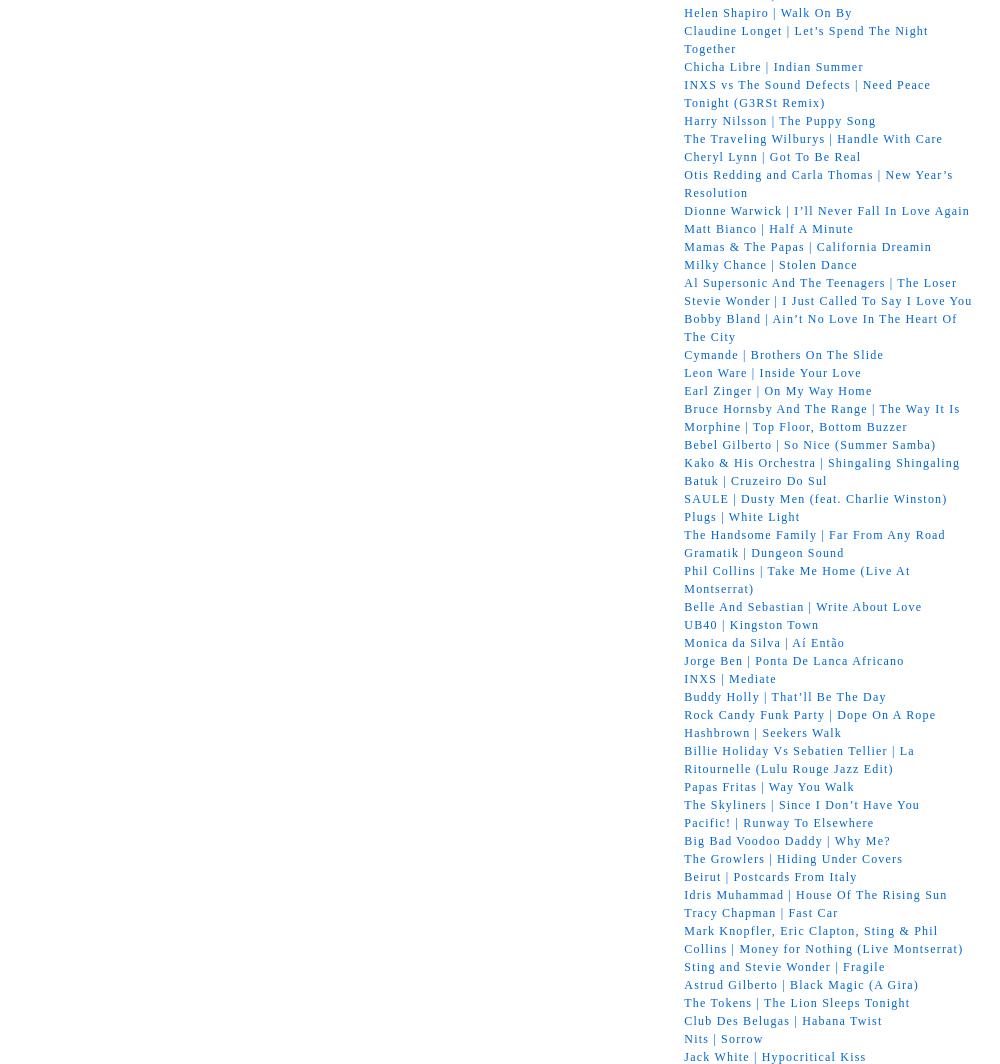 This screenshot has height=1064, width=1000. Describe the element at coordinates (684, 659) in the screenshot. I see `'Jorge Ben | Ponta De Lanca Africano'` at that location.